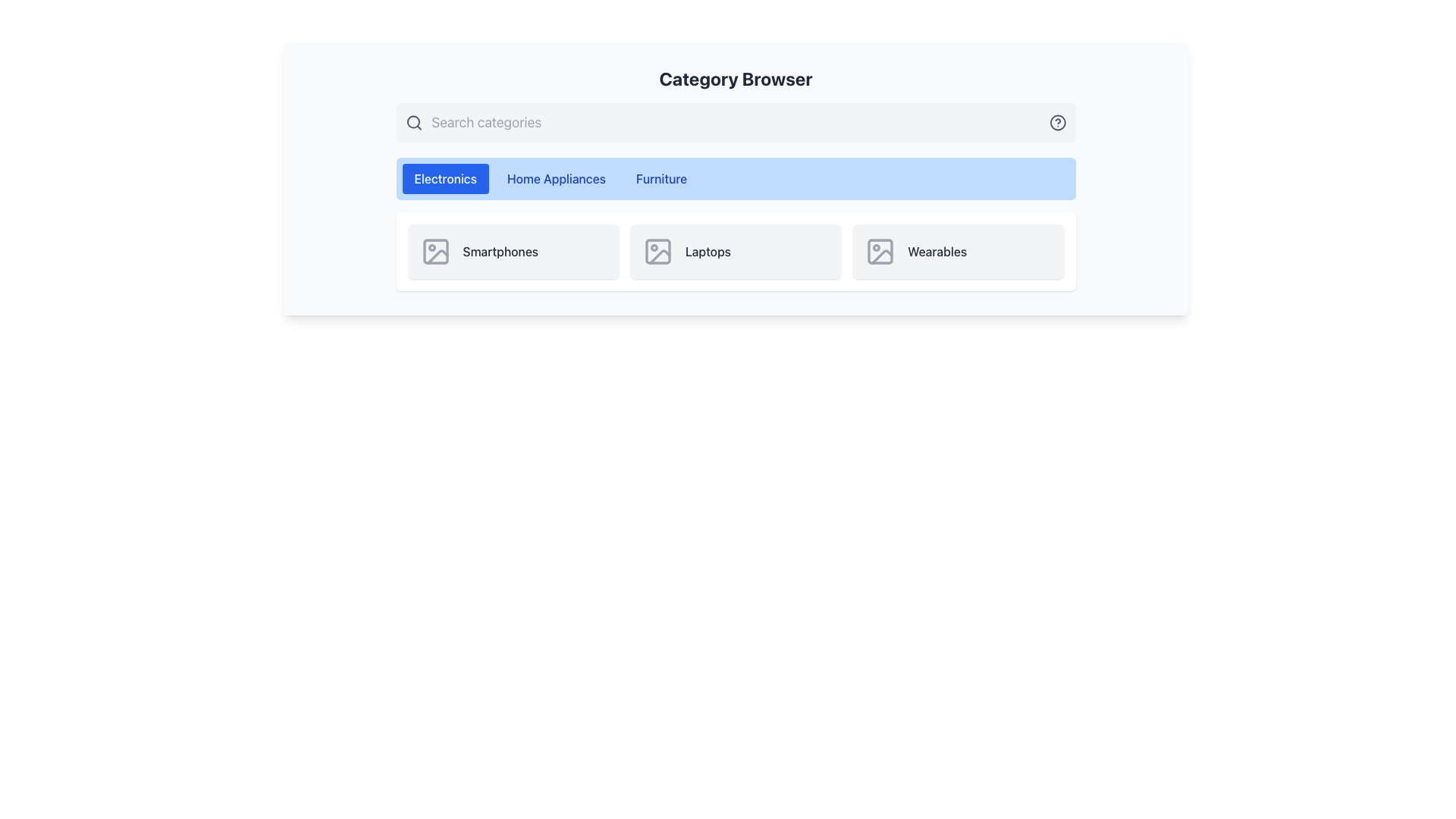 Image resolution: width=1456 pixels, height=819 pixels. Describe the element at coordinates (435, 250) in the screenshot. I see `the Decorative rectangle located at the top-left corner of the image icon, which is part of the row of image placeholders labeled 'Smartphones,' 'Laptops,' and 'Wearables.'` at that location.